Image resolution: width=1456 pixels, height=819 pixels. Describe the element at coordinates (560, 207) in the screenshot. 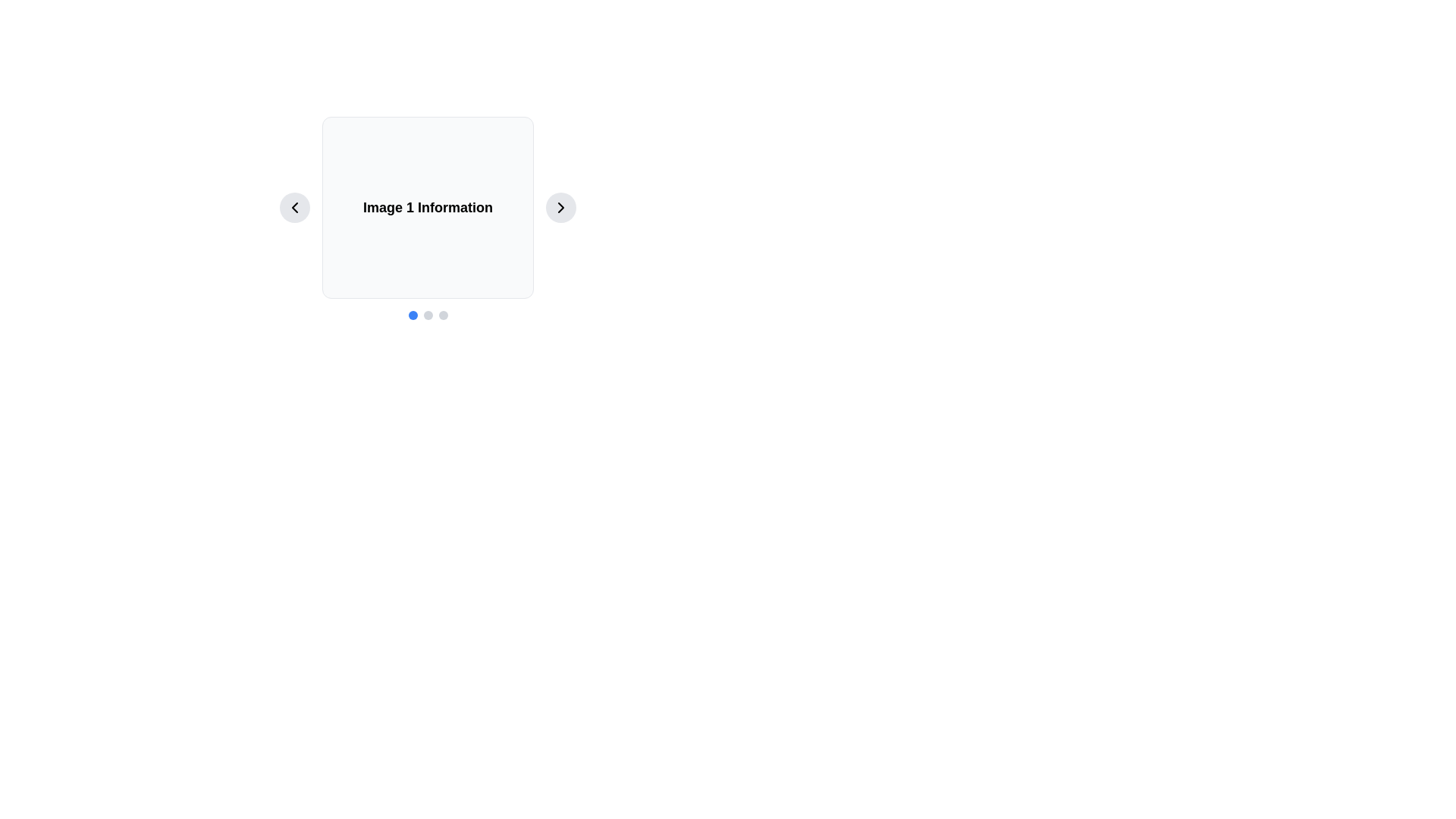

I see `the right-facing chevron icon used for navigation in the carousel interface` at that location.